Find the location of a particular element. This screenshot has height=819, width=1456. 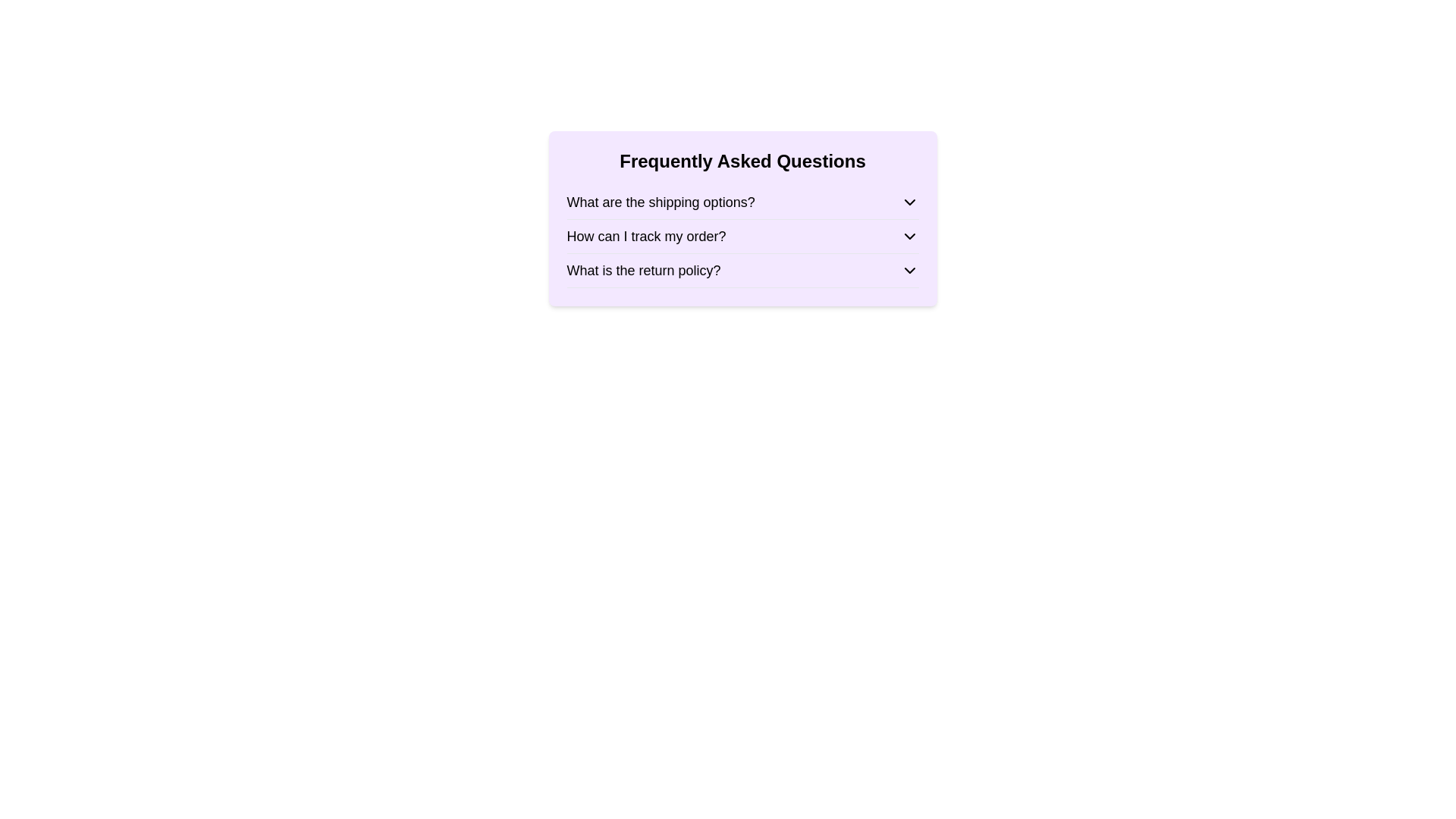

the second question in the FAQ list, which is designed is located at coordinates (646, 237).